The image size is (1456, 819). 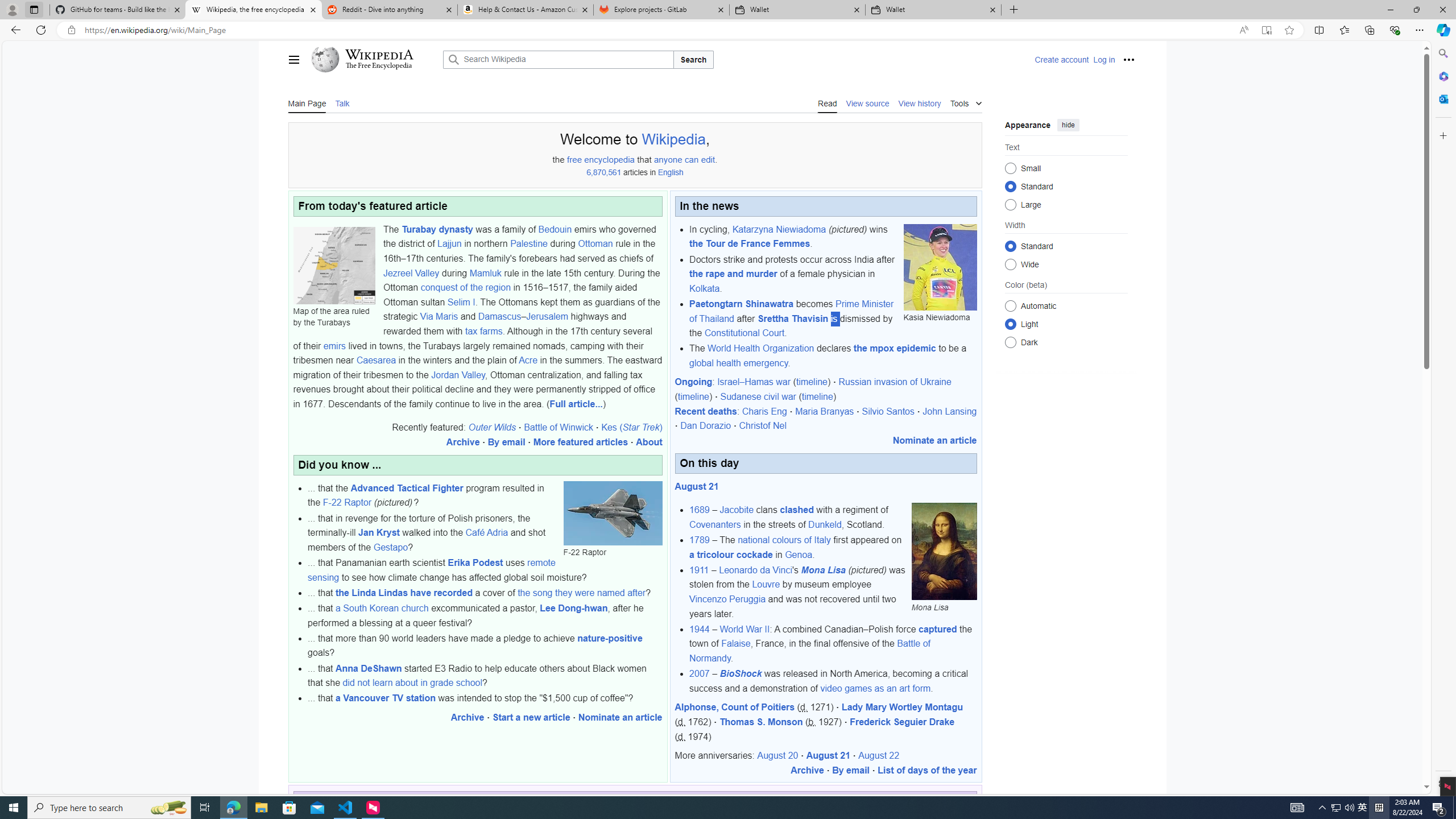 I want to click on 'Louvre', so click(x=765, y=584).